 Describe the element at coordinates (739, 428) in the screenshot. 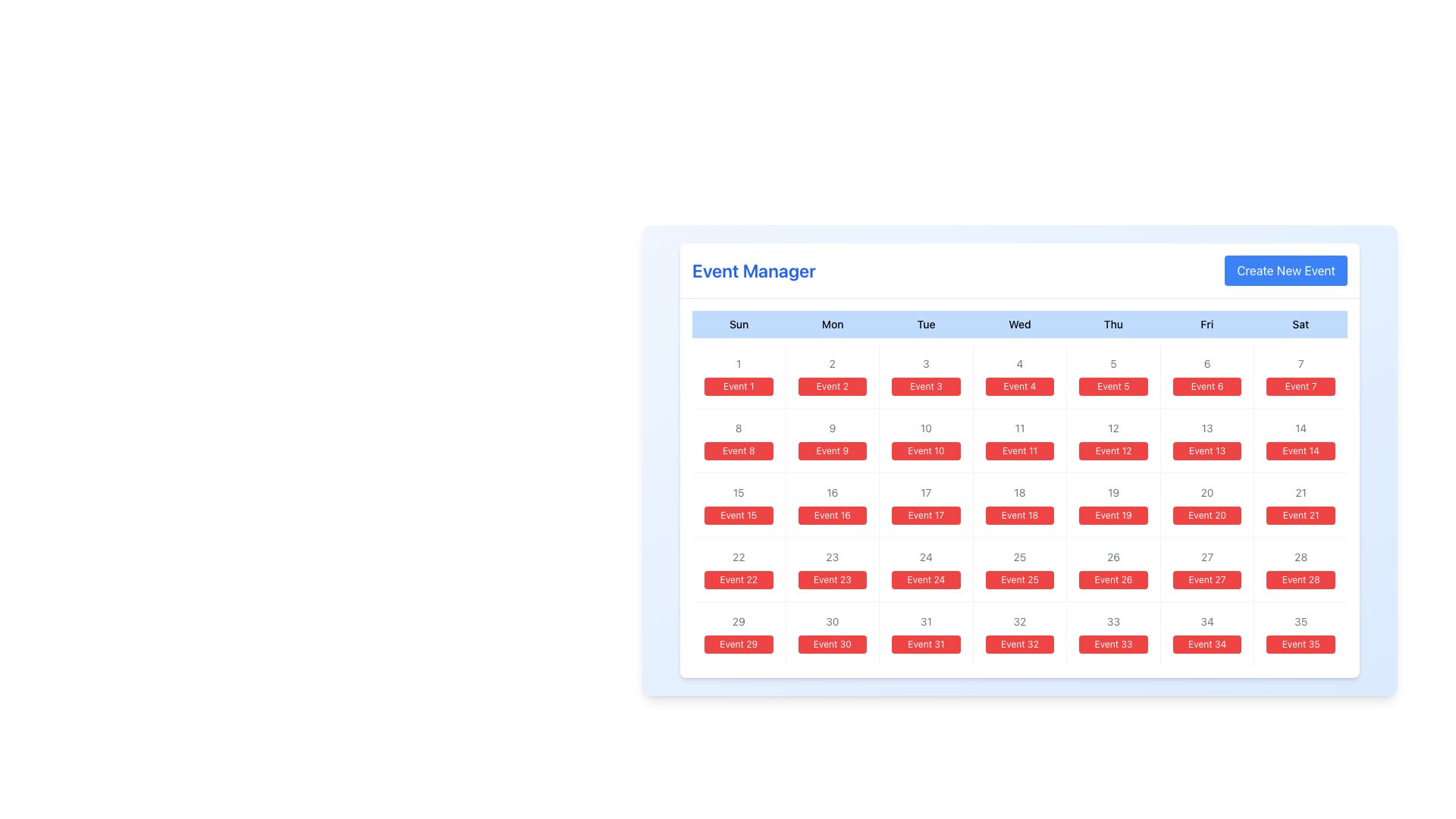

I see `the small gray text label displaying the number '8', located above the red button labeled 'Event 8' in the calendar grid` at that location.